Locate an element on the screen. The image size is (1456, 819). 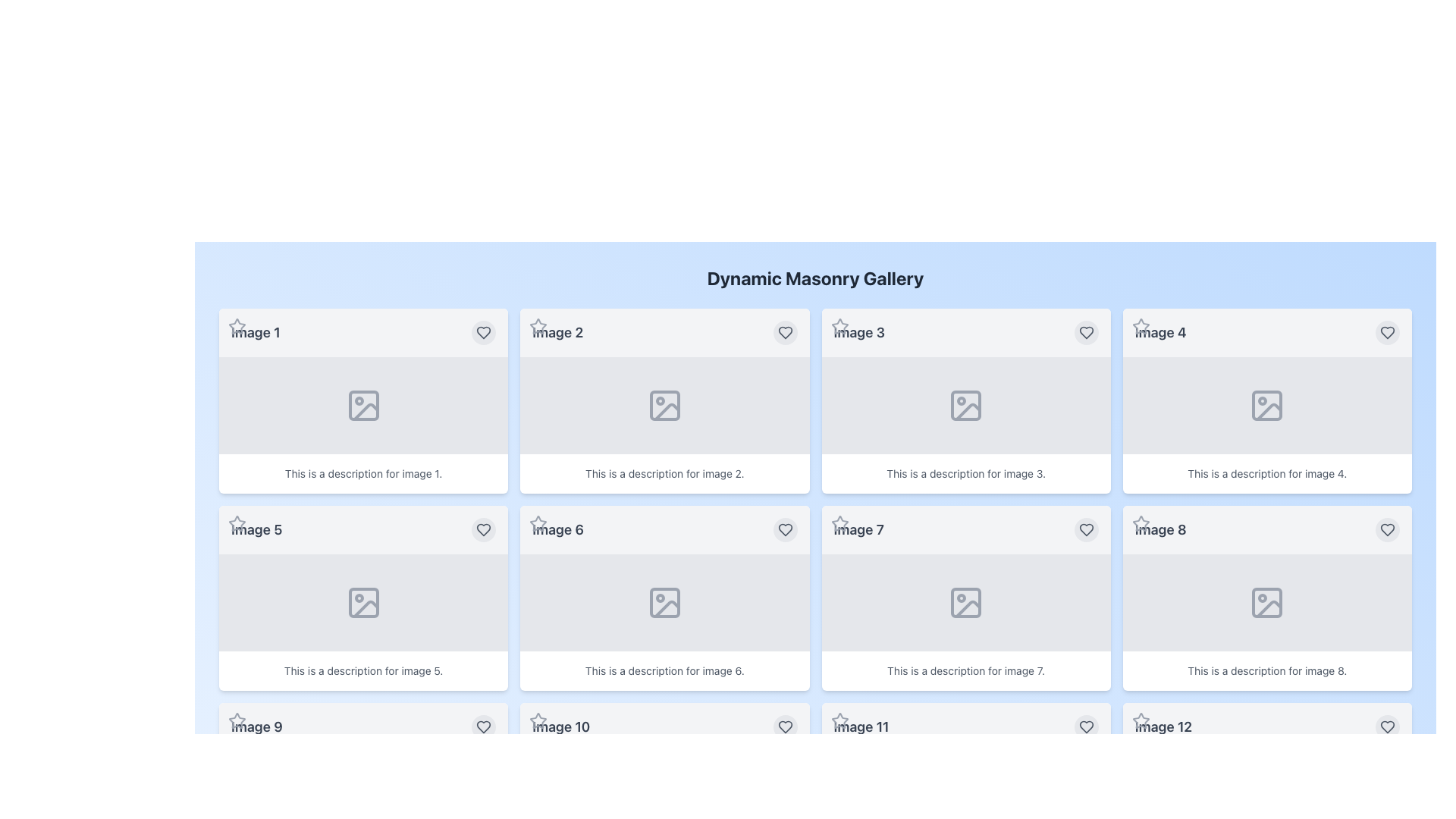
the star icon located at the top-left corner of the 'Image 2' card is located at coordinates (538, 326).